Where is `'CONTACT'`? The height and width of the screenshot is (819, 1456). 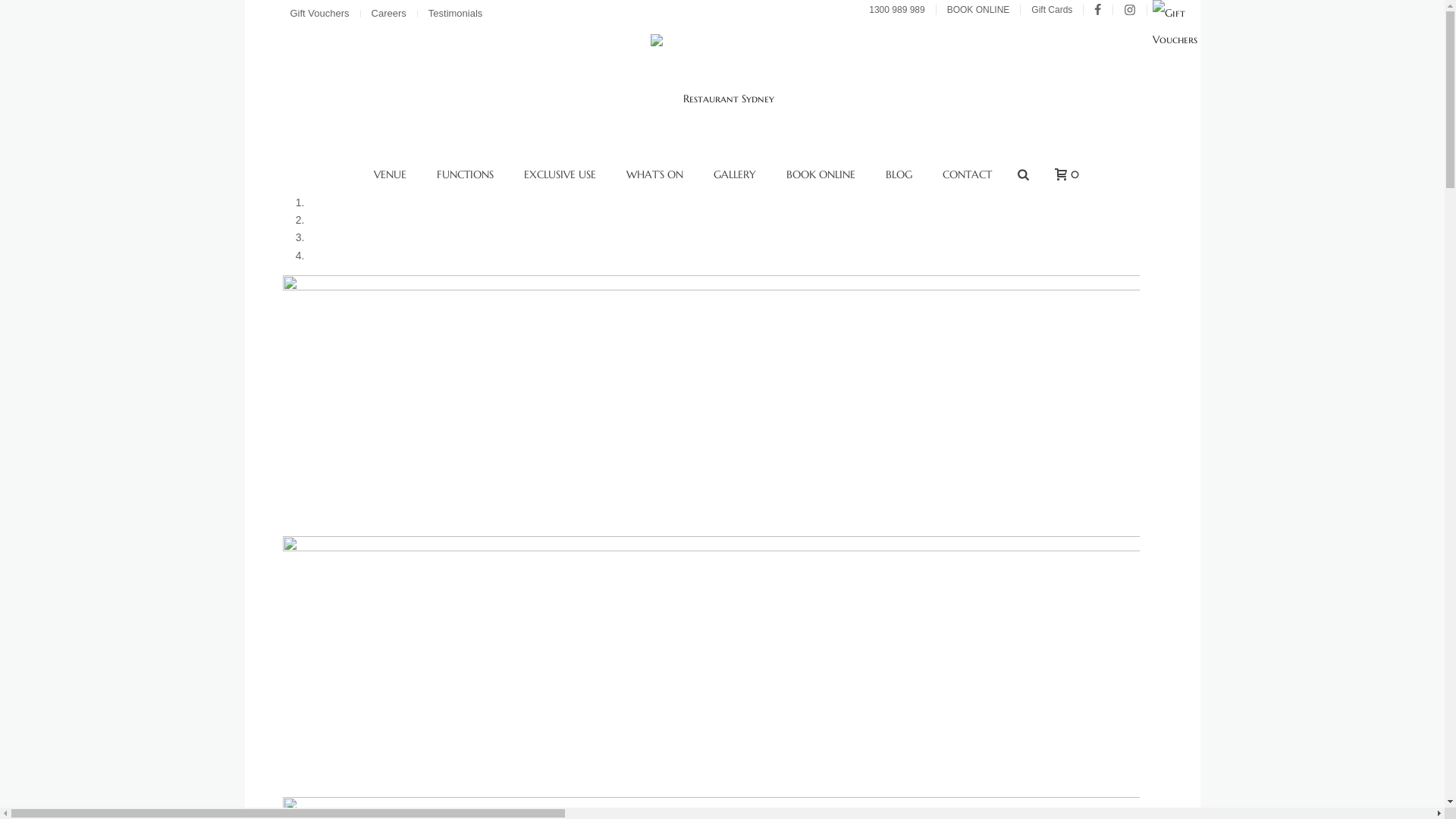
'CONTACT' is located at coordinates (966, 174).